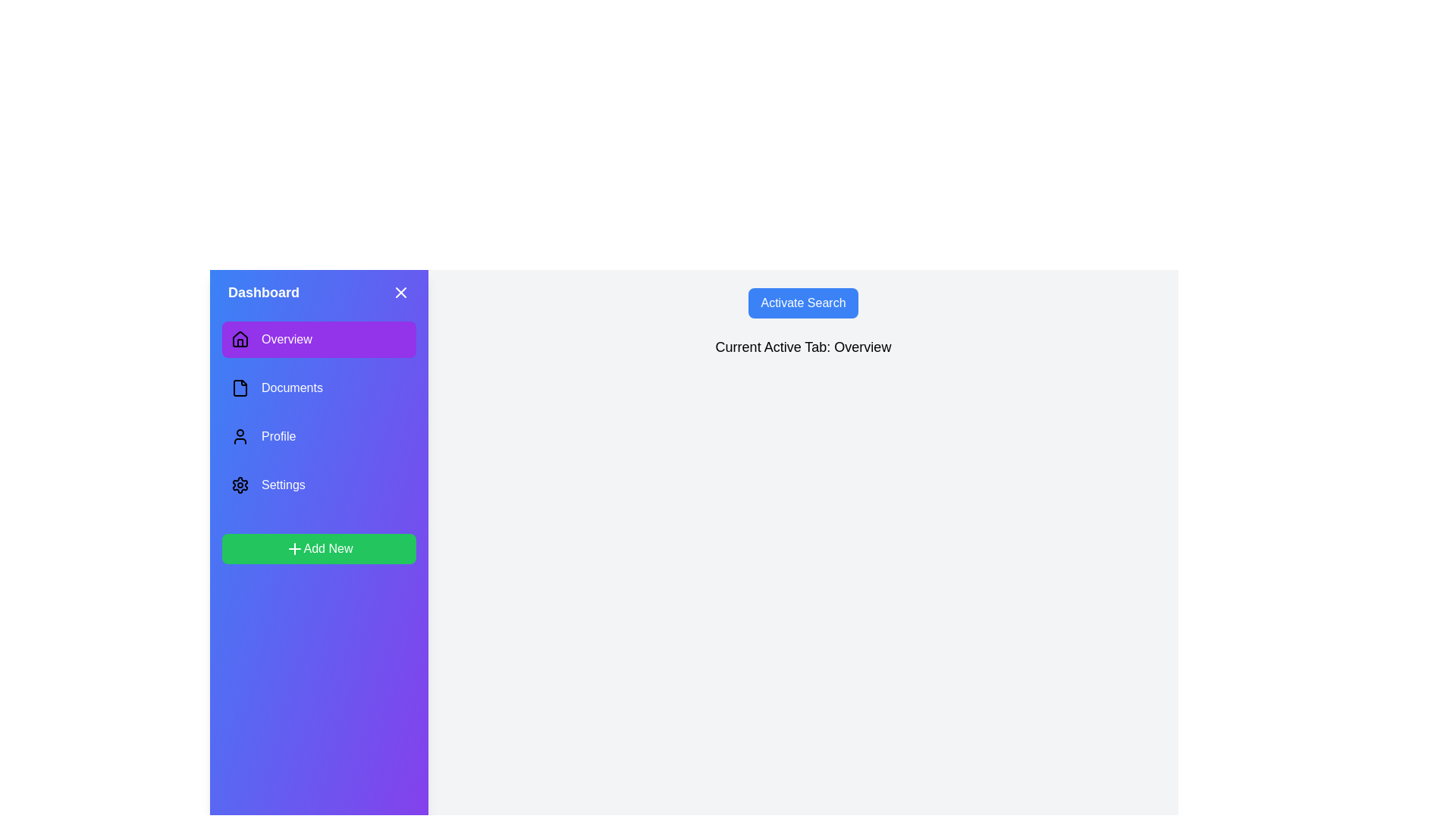 The height and width of the screenshot is (819, 1456). Describe the element at coordinates (318, 388) in the screenshot. I see `the document icon` at that location.